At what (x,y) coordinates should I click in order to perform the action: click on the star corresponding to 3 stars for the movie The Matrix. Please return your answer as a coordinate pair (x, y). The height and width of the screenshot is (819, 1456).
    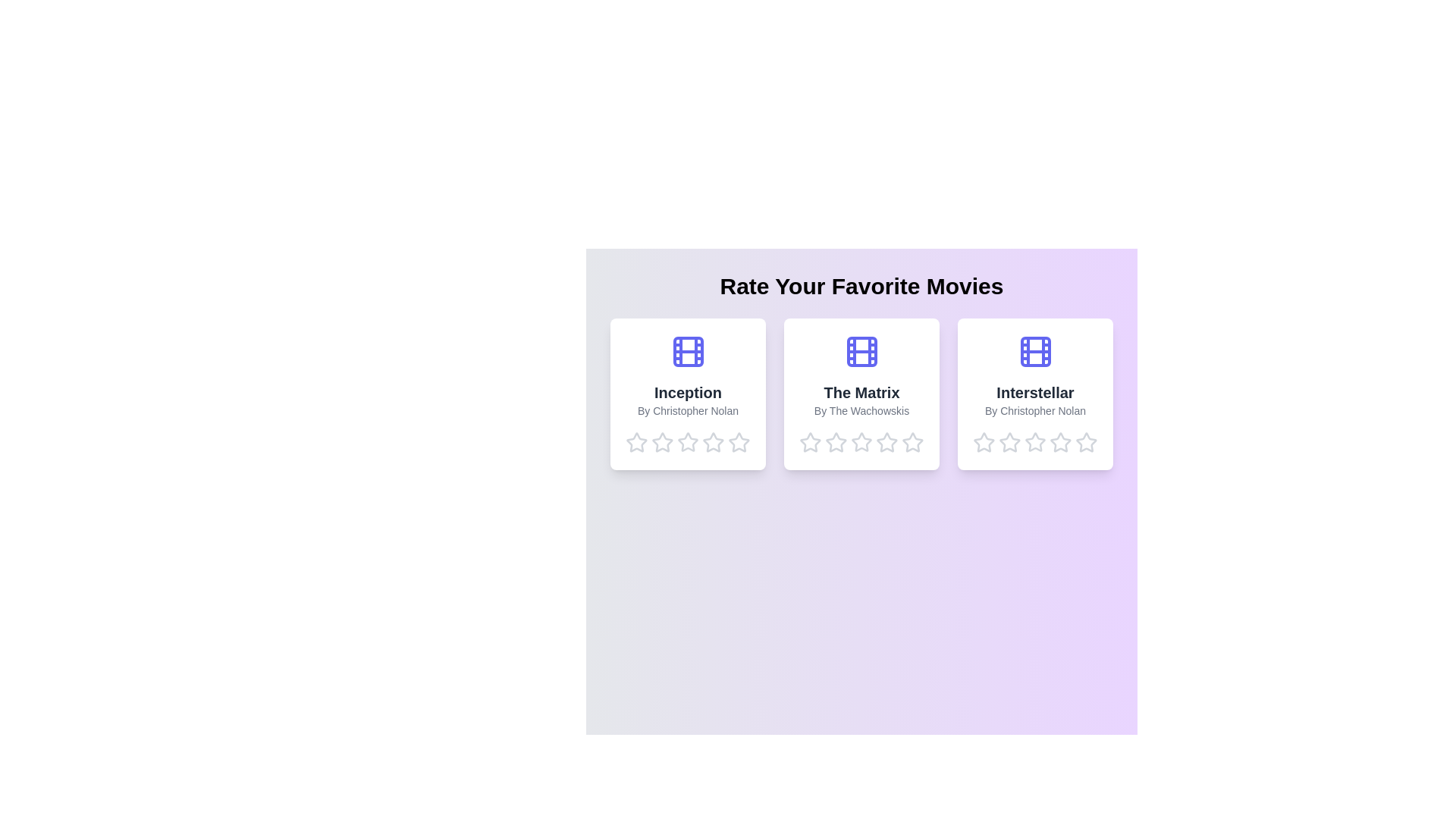
    Looking at the image, I should click on (861, 442).